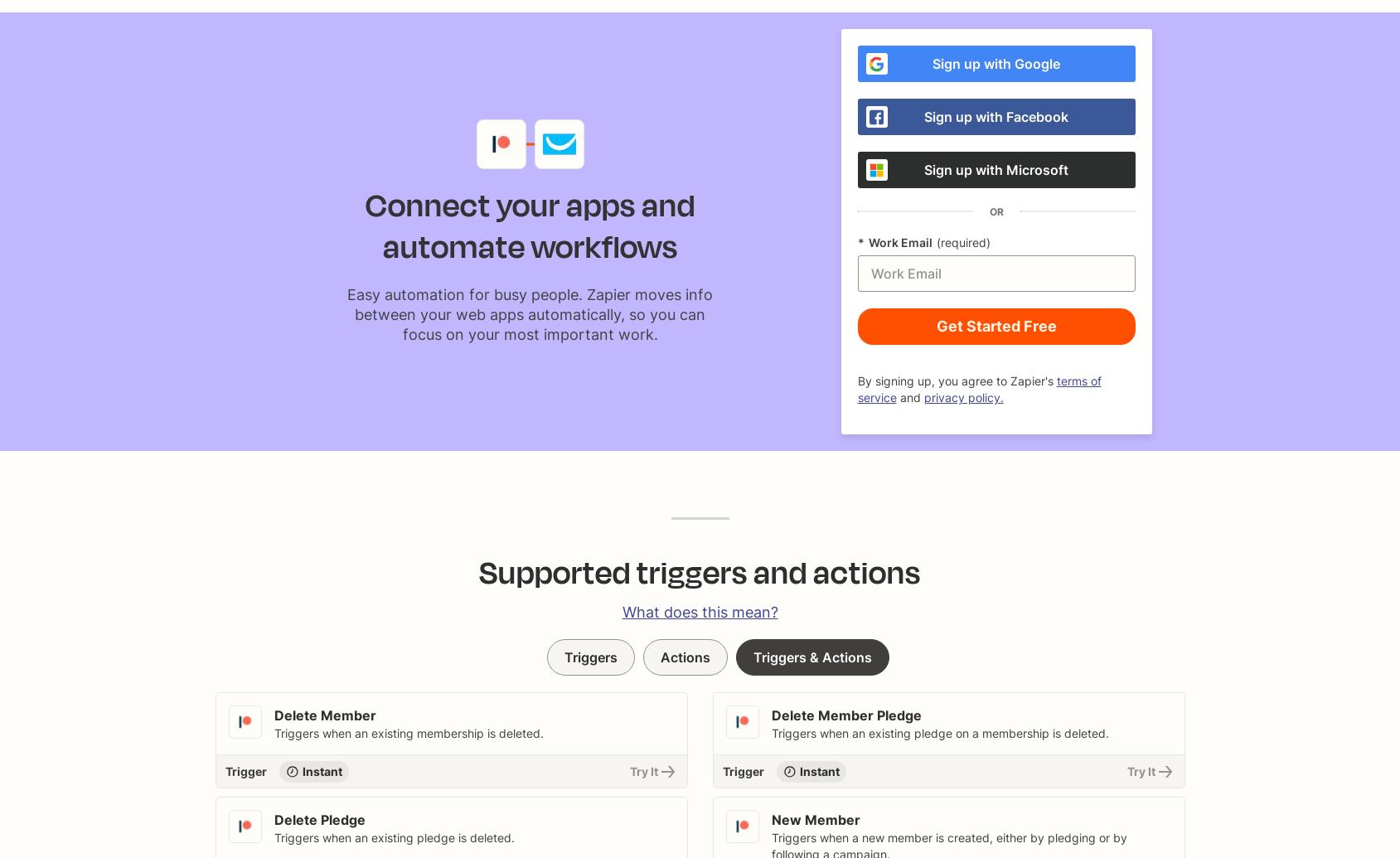  I want to click on 'Easy automation for busy people. Zapier moves info between your web apps automatically, so you can focus on your most important work.', so click(529, 313).